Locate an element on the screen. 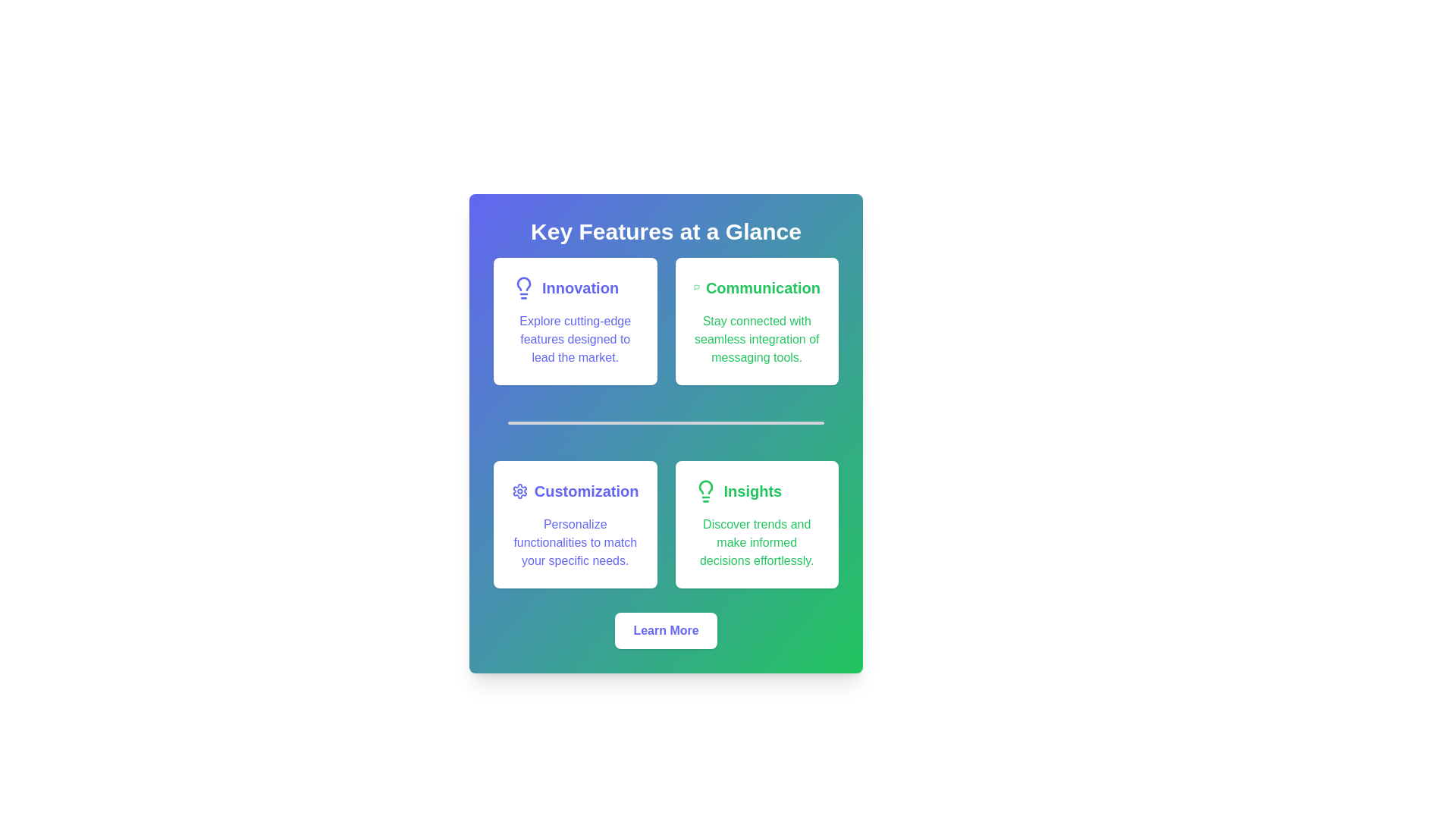  the informational card highlighting the 'Insights' feature, which is positioned in the bottom-right section of the grid layout is located at coordinates (757, 523).